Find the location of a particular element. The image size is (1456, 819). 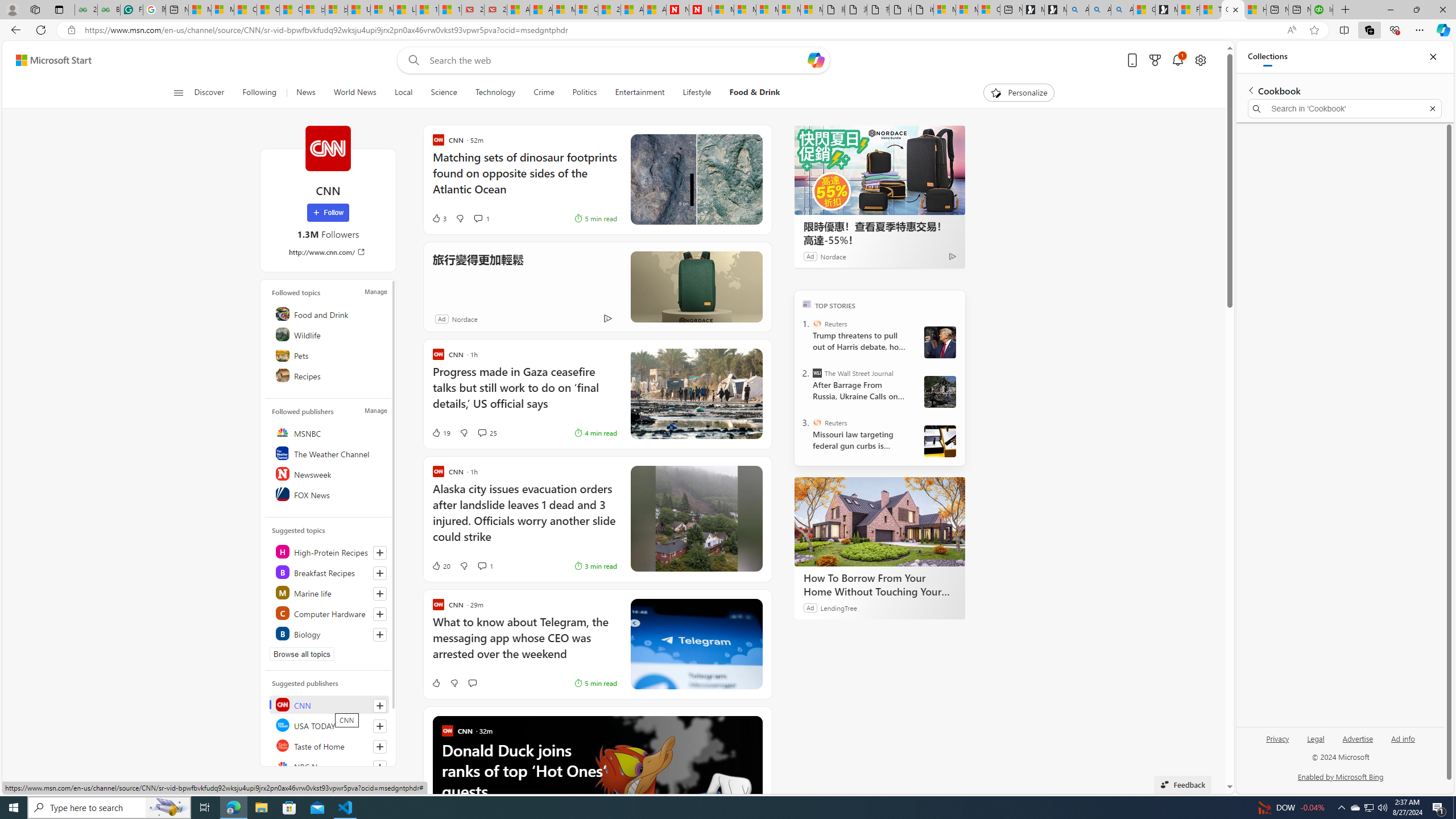

'Entertainment' is located at coordinates (640, 92).